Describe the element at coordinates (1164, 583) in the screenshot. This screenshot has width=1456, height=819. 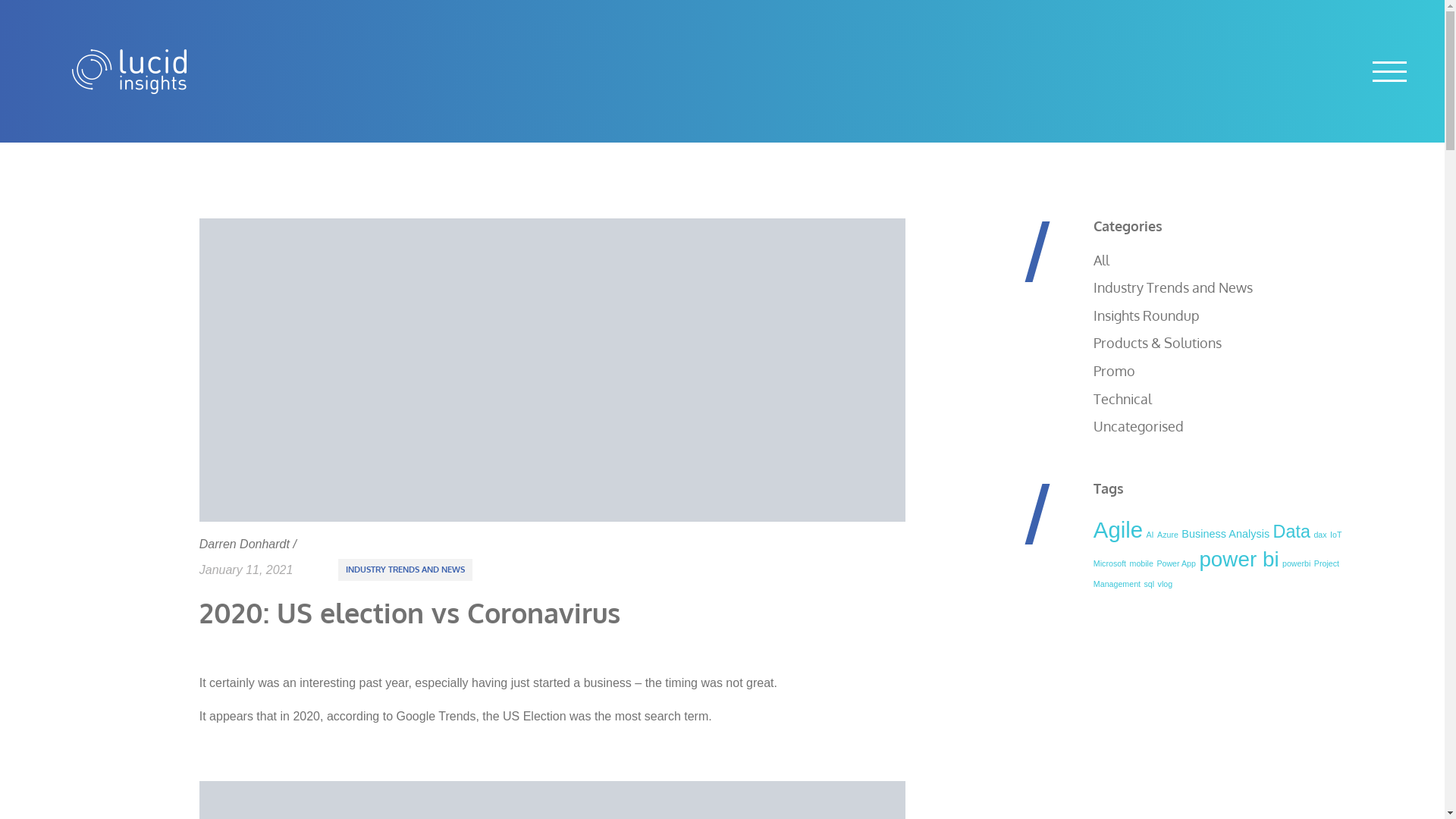
I see `'vlog'` at that location.